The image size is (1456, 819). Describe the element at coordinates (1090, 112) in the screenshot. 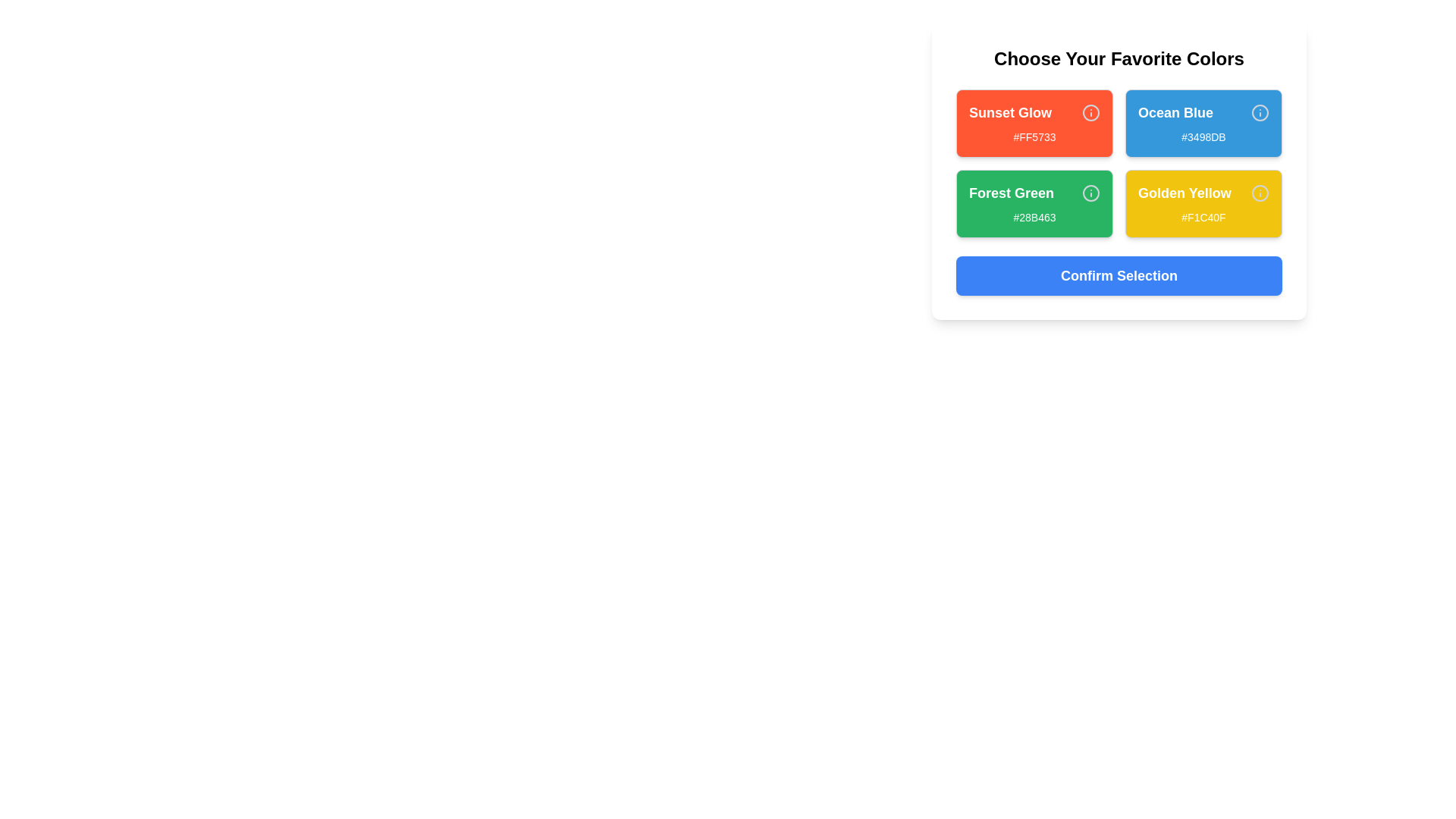

I see `the 'Info' icon for the color Sunset Glow` at that location.